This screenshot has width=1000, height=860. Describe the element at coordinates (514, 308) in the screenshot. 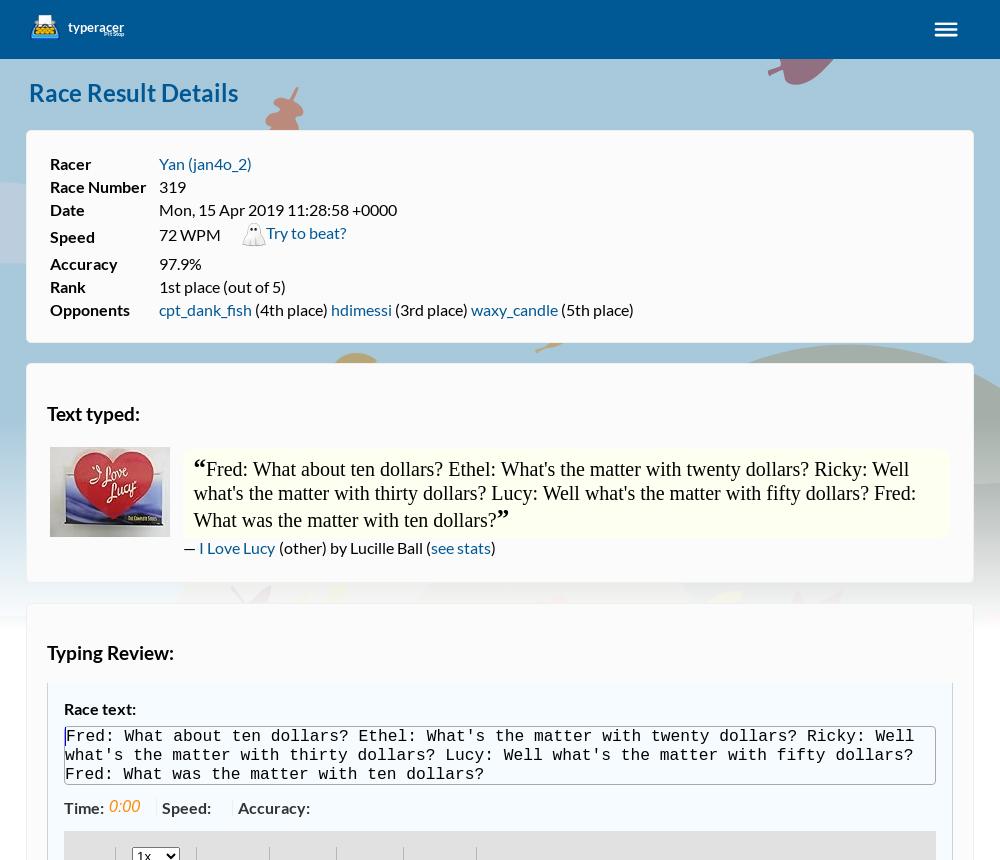

I see `'waxy_candle'` at that location.